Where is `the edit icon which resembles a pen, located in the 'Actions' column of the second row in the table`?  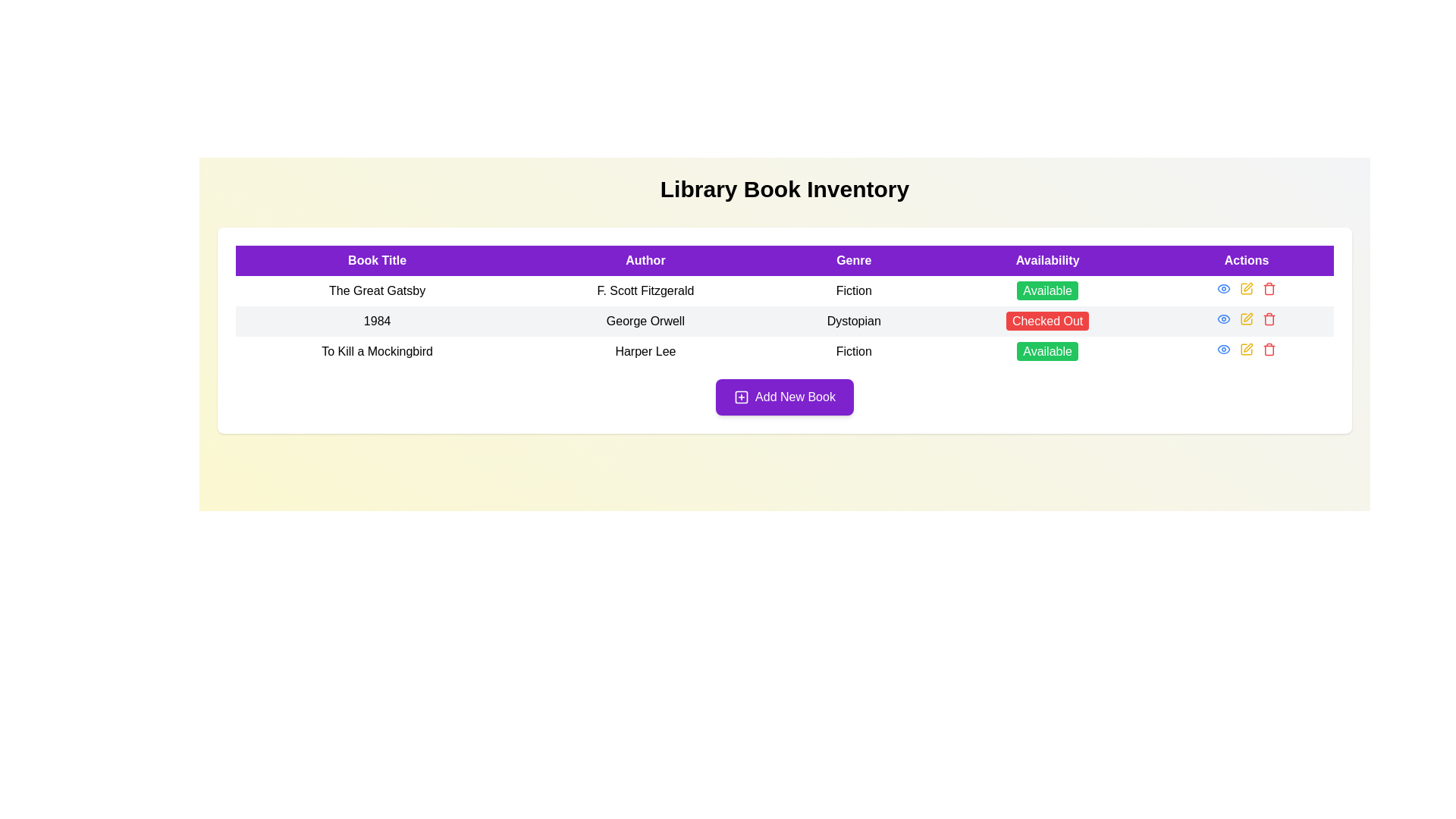
the edit icon which resembles a pen, located in the 'Actions' column of the second row in the table is located at coordinates (1247, 318).